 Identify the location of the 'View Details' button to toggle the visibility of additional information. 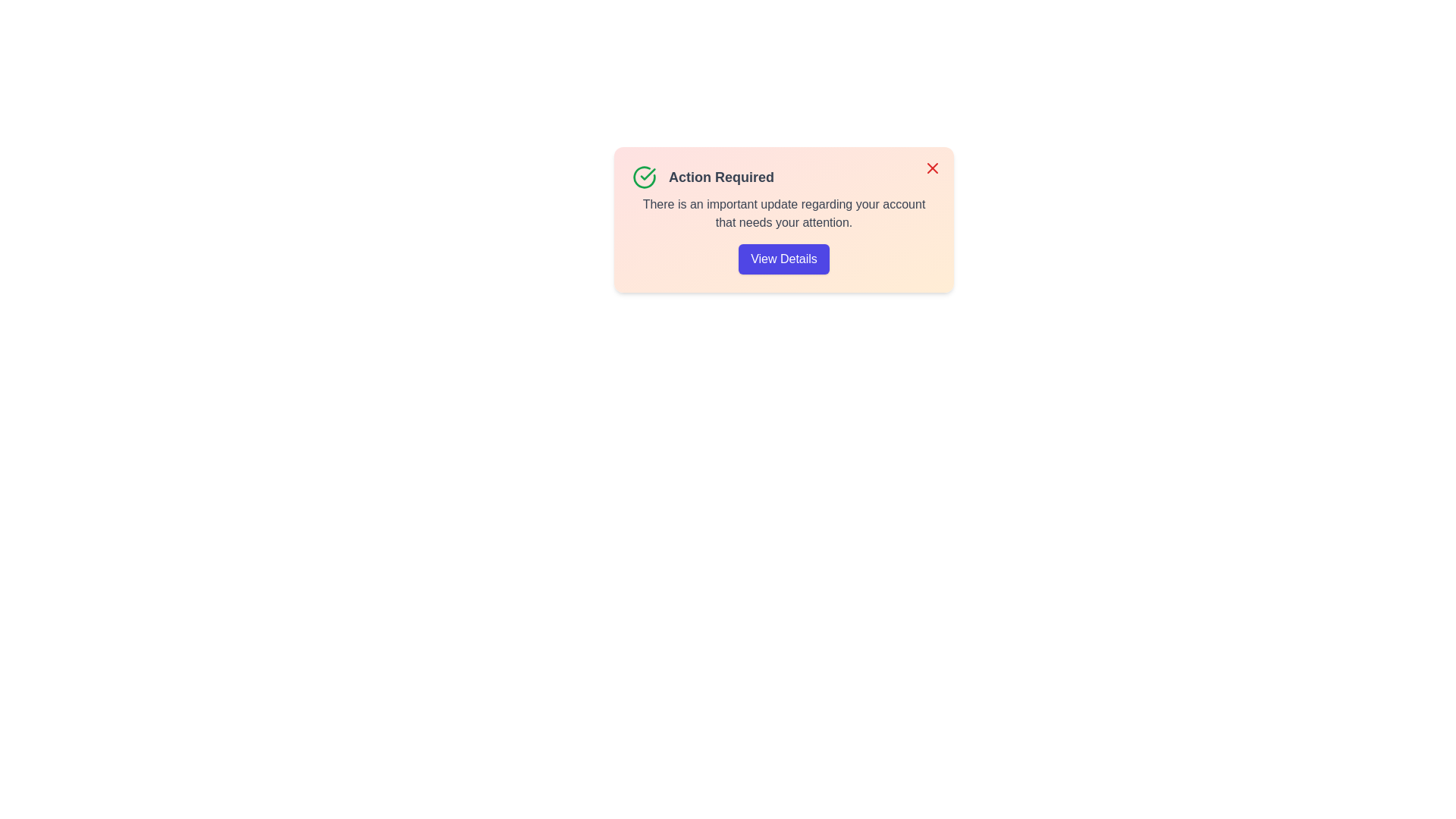
(783, 259).